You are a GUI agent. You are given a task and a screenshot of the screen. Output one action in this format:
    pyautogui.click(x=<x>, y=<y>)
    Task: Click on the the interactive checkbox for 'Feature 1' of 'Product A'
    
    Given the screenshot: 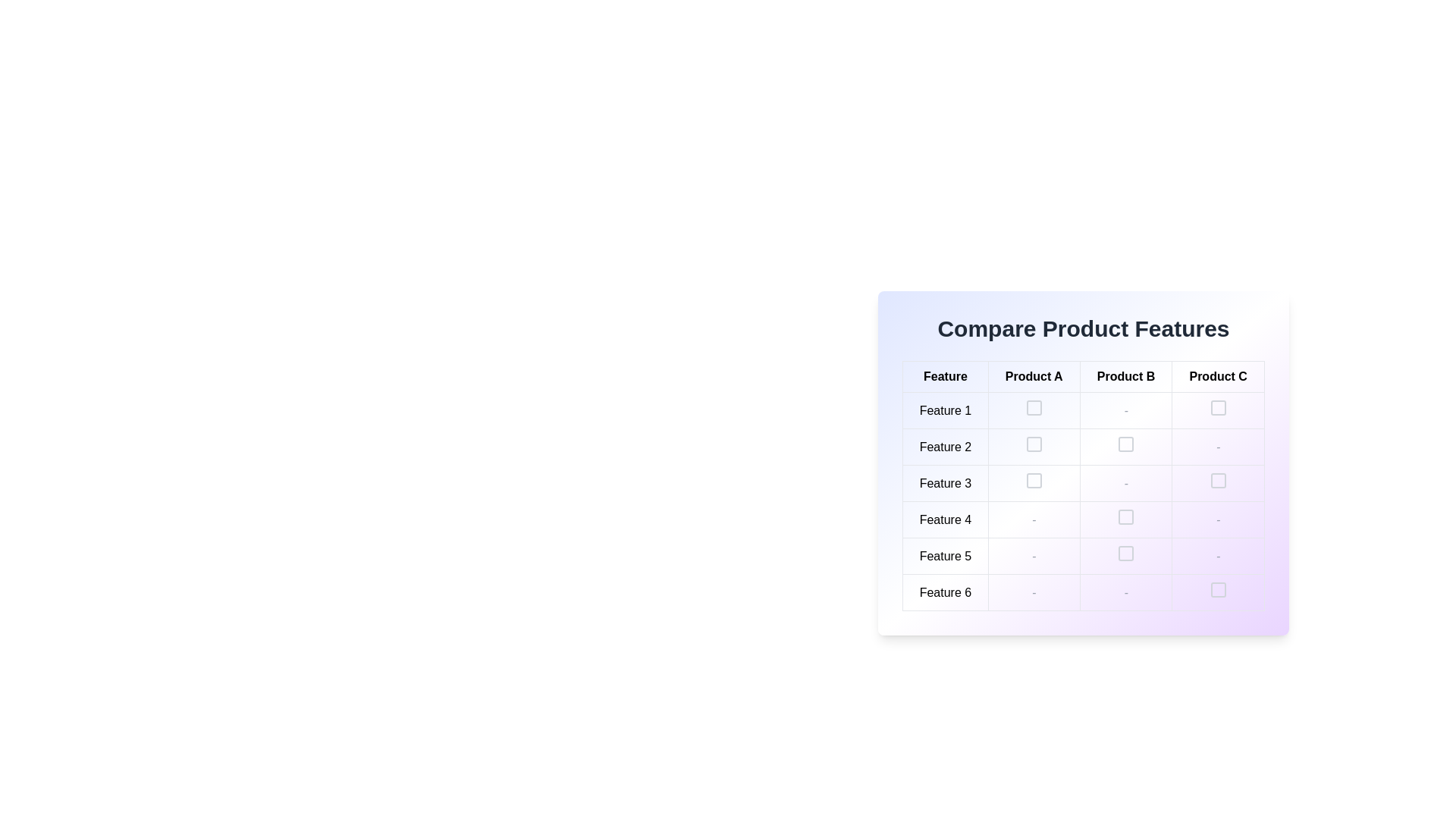 What is the action you would take?
    pyautogui.click(x=1033, y=406)
    